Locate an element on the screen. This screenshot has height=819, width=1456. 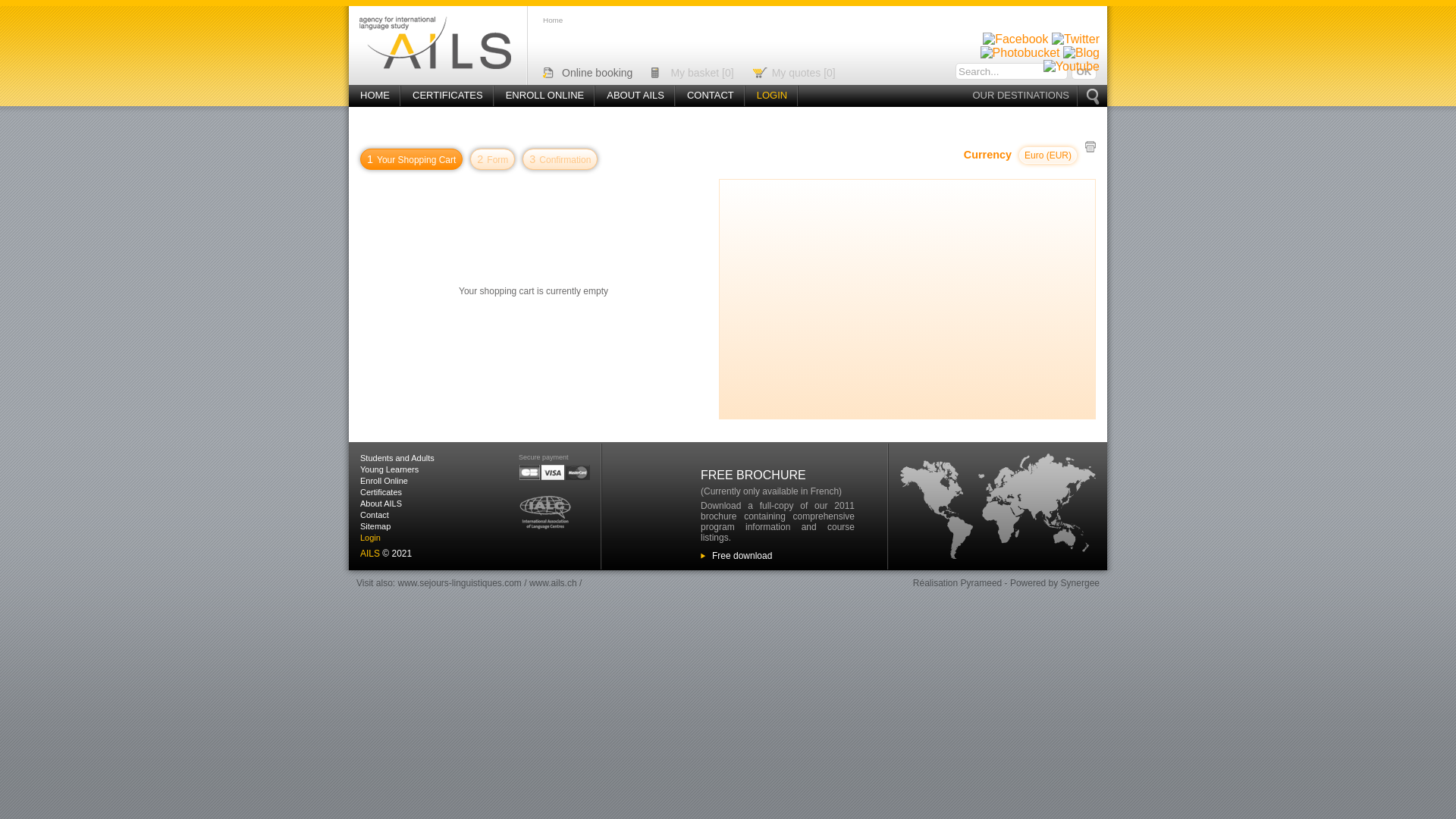
'Enroll Online' is located at coordinates (384, 480).